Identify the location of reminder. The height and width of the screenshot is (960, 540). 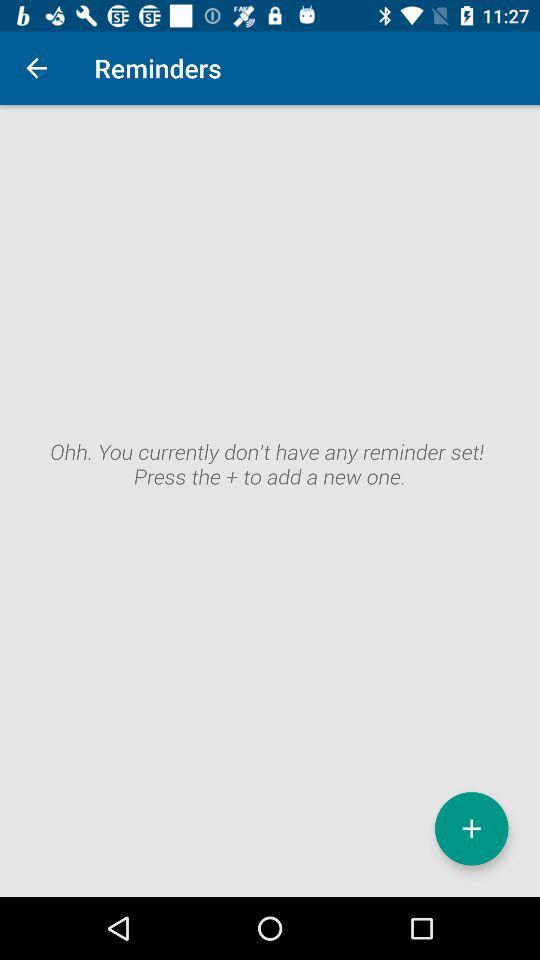
(471, 828).